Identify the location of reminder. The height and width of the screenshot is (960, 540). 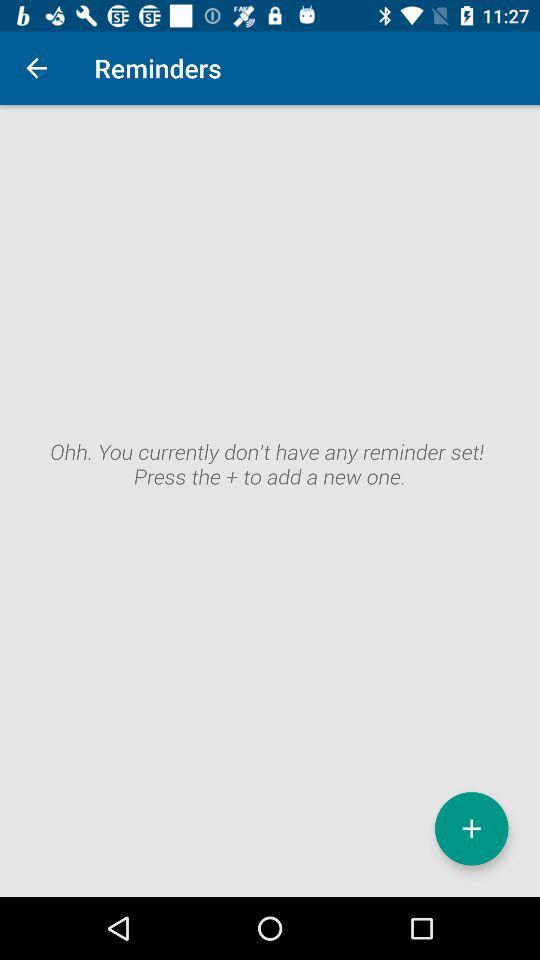
(471, 828).